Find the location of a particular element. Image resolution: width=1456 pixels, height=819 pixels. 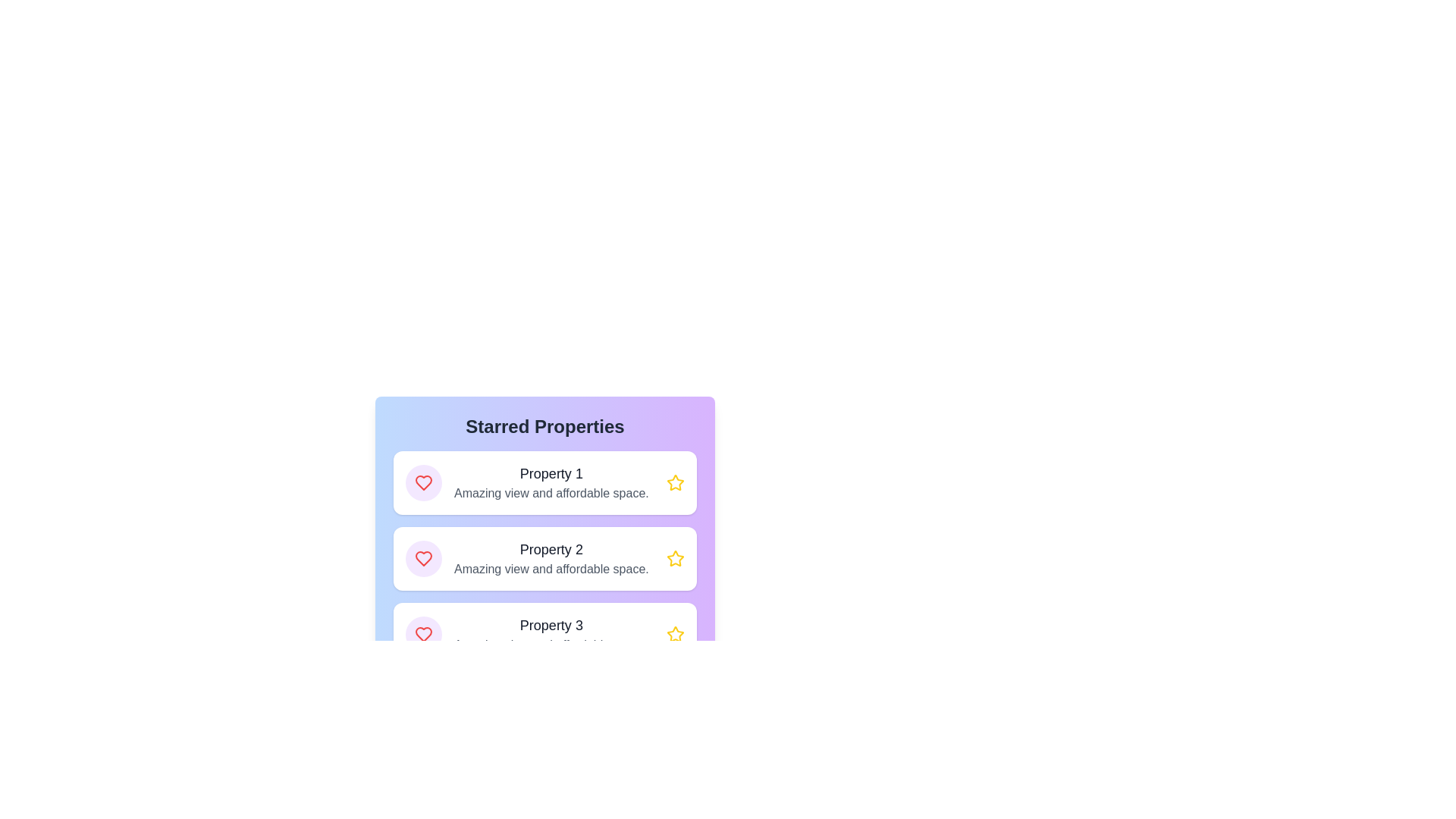

the red heart-shaped icon with a stroke design, located in the second row of the list, to the left of the text 'Property 2' is located at coordinates (423, 558).